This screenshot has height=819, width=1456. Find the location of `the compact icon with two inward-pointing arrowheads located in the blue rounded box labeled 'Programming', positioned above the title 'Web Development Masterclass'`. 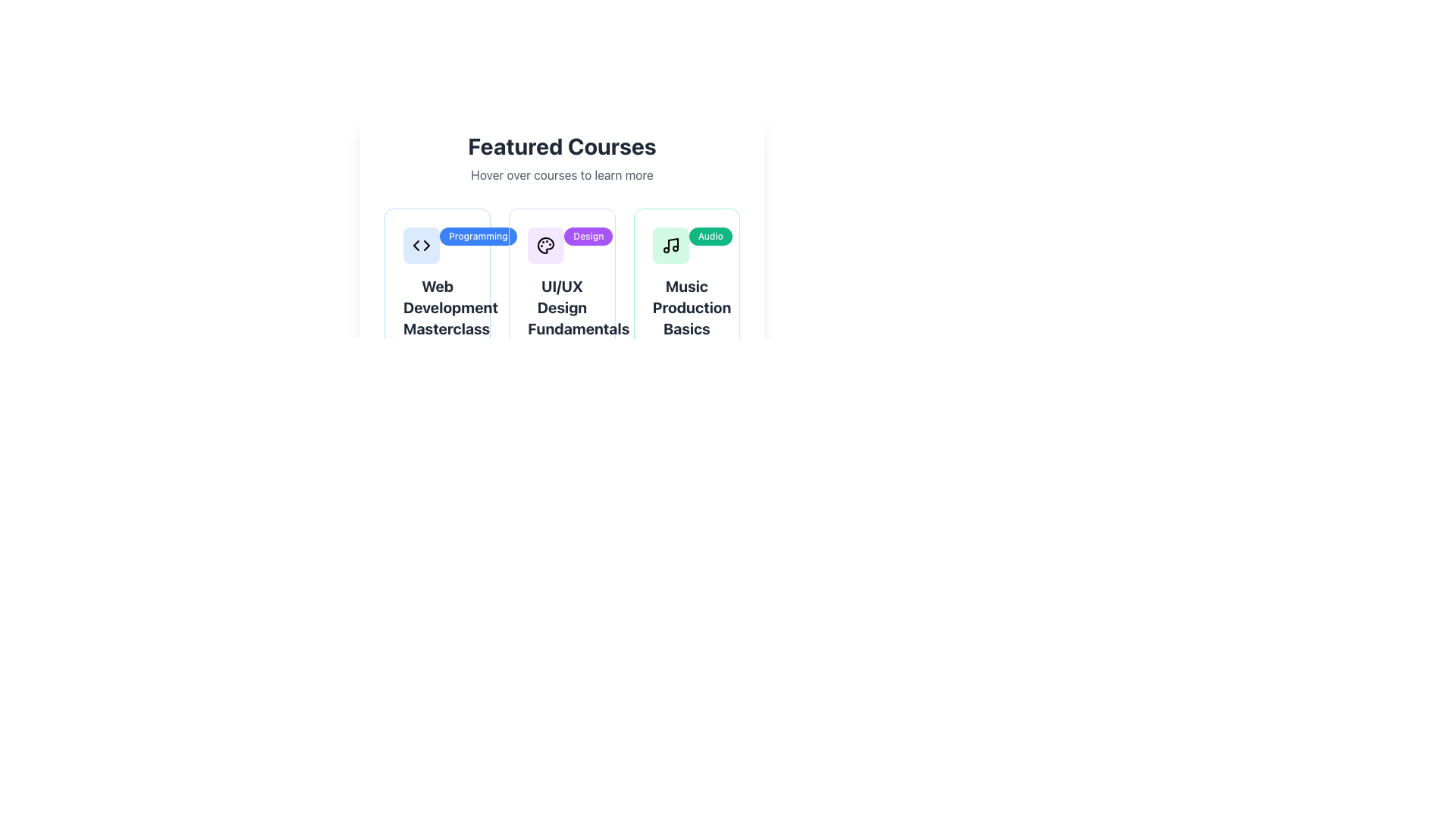

the compact icon with two inward-pointing arrowheads located in the blue rounded box labeled 'Programming', positioned above the title 'Web Development Masterclass' is located at coordinates (422, 245).